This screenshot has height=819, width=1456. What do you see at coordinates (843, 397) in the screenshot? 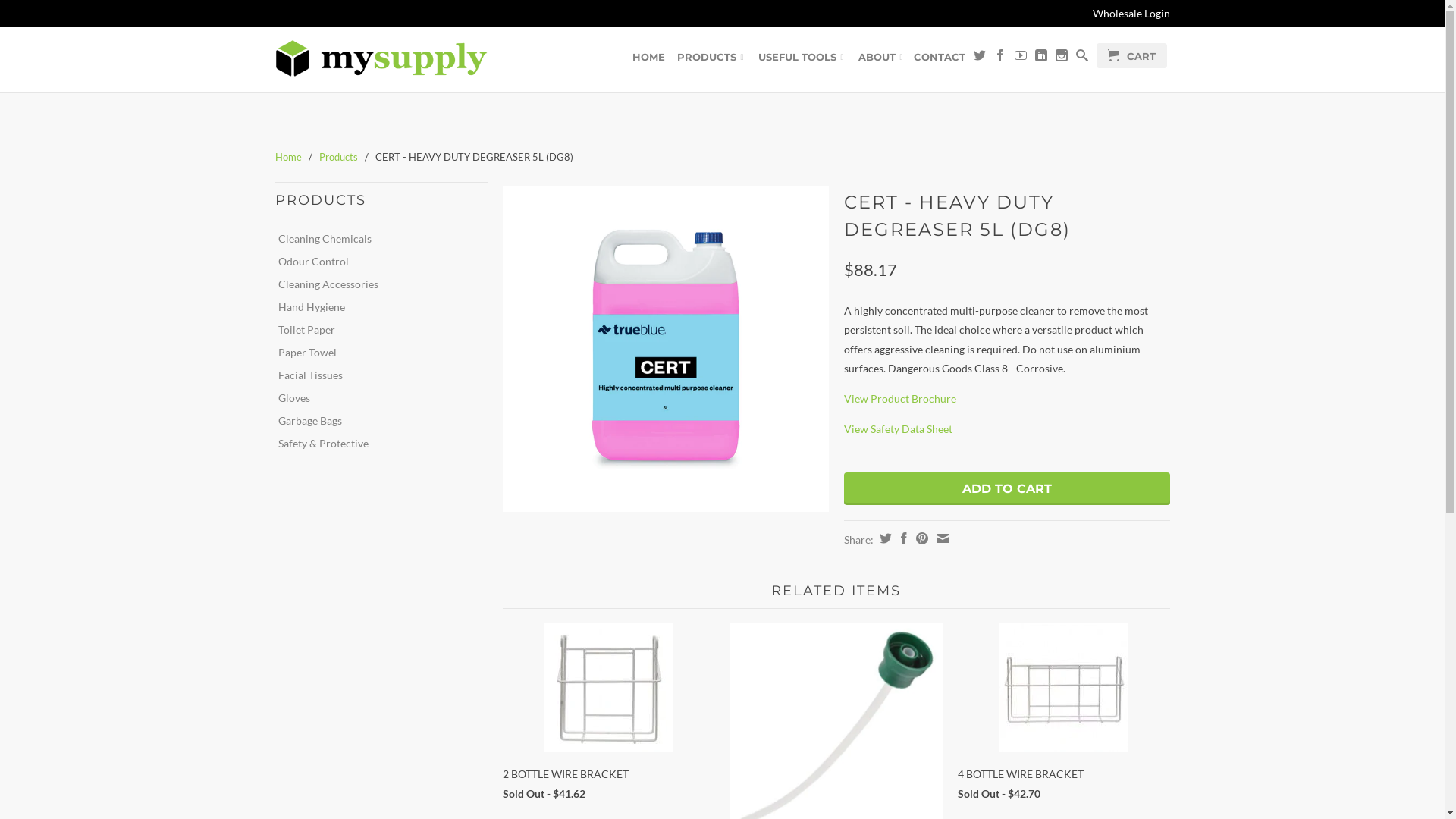
I see `'View Product Brochure'` at bounding box center [843, 397].